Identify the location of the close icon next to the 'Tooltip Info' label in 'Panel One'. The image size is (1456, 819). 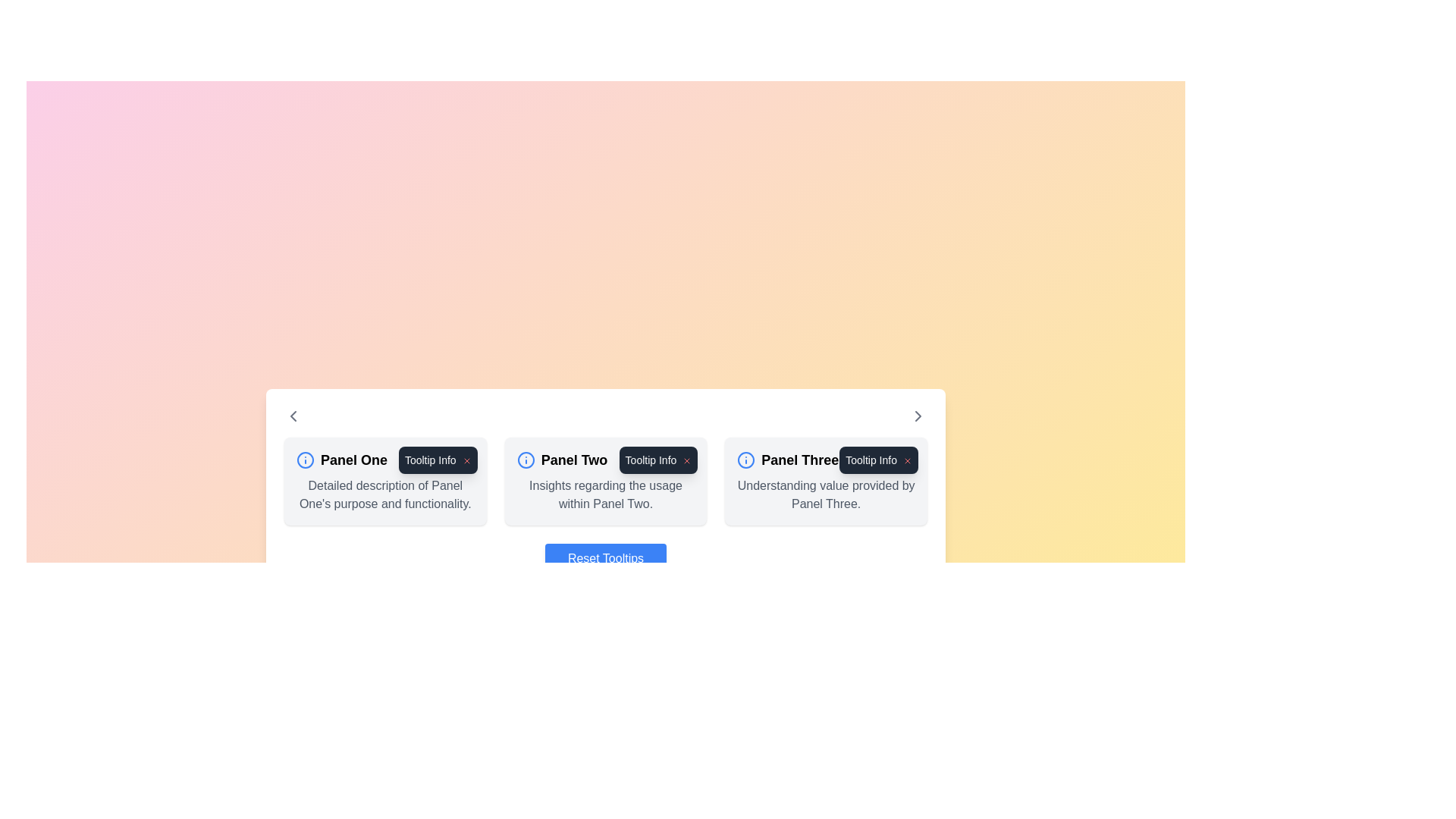
(466, 460).